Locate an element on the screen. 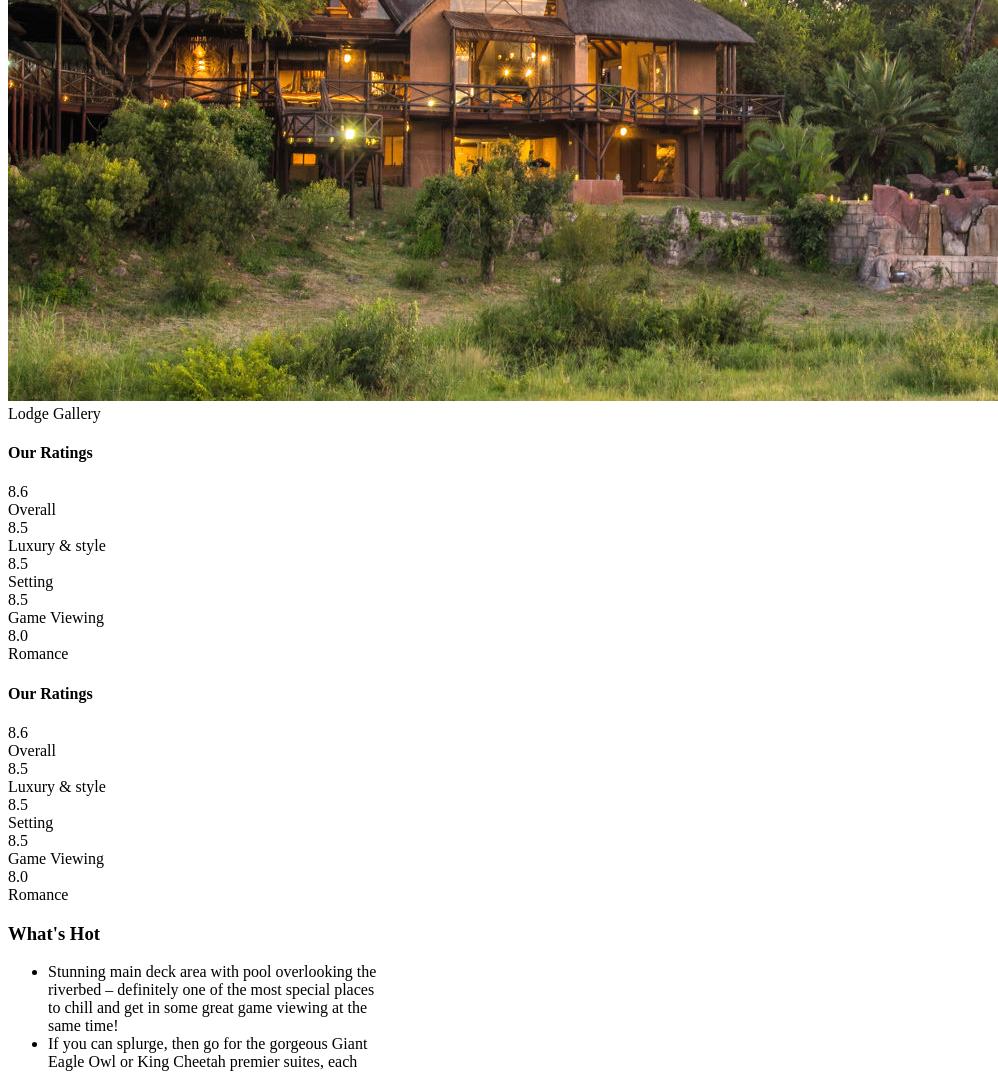 The width and height of the screenshot is (998, 1073). 'Lodge Gallery' is located at coordinates (52, 411).